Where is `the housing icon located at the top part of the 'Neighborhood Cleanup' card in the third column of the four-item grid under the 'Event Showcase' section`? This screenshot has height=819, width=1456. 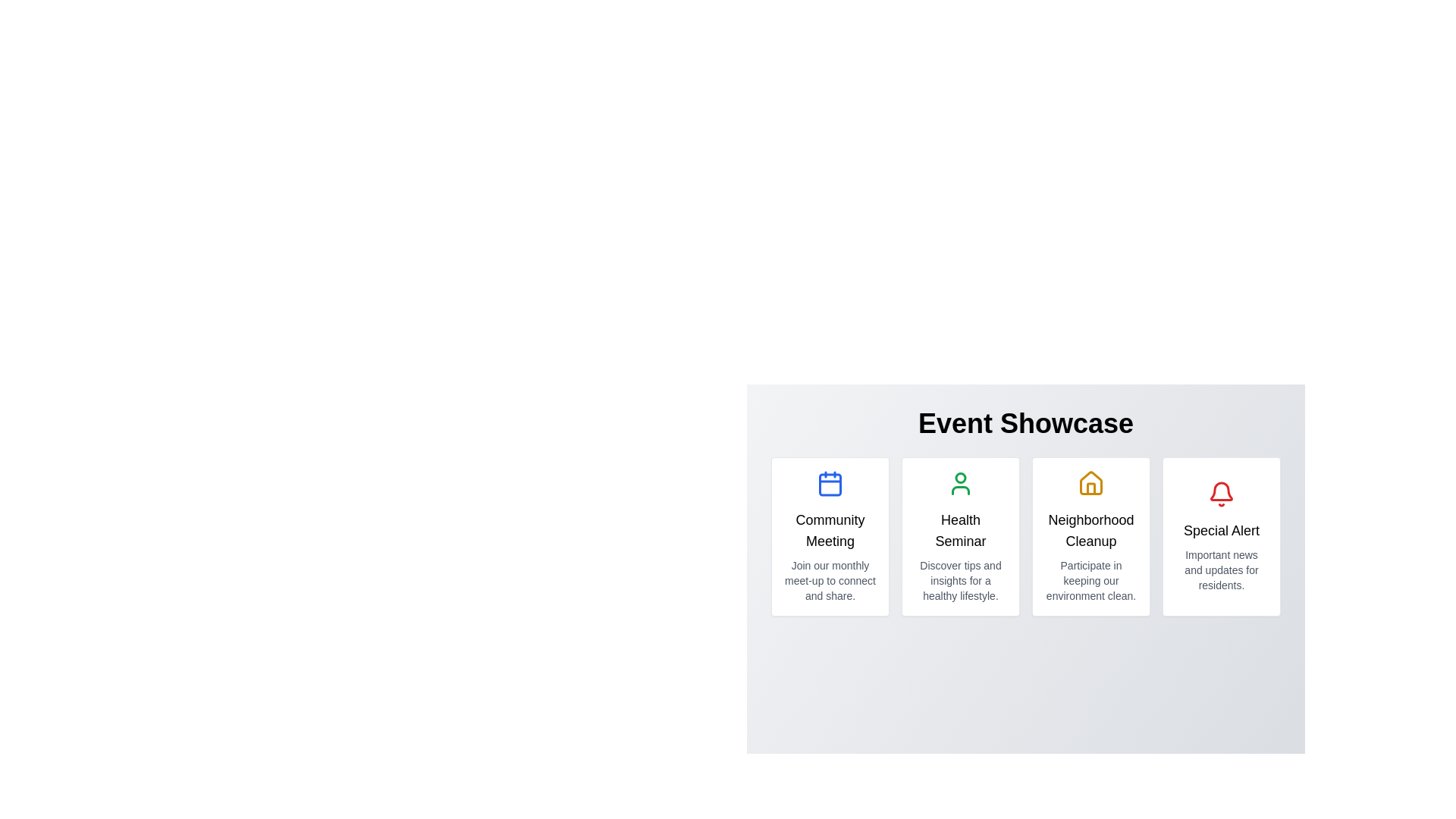 the housing icon located at the top part of the 'Neighborhood Cleanup' card in the third column of the four-item grid under the 'Event Showcase' section is located at coordinates (1090, 483).